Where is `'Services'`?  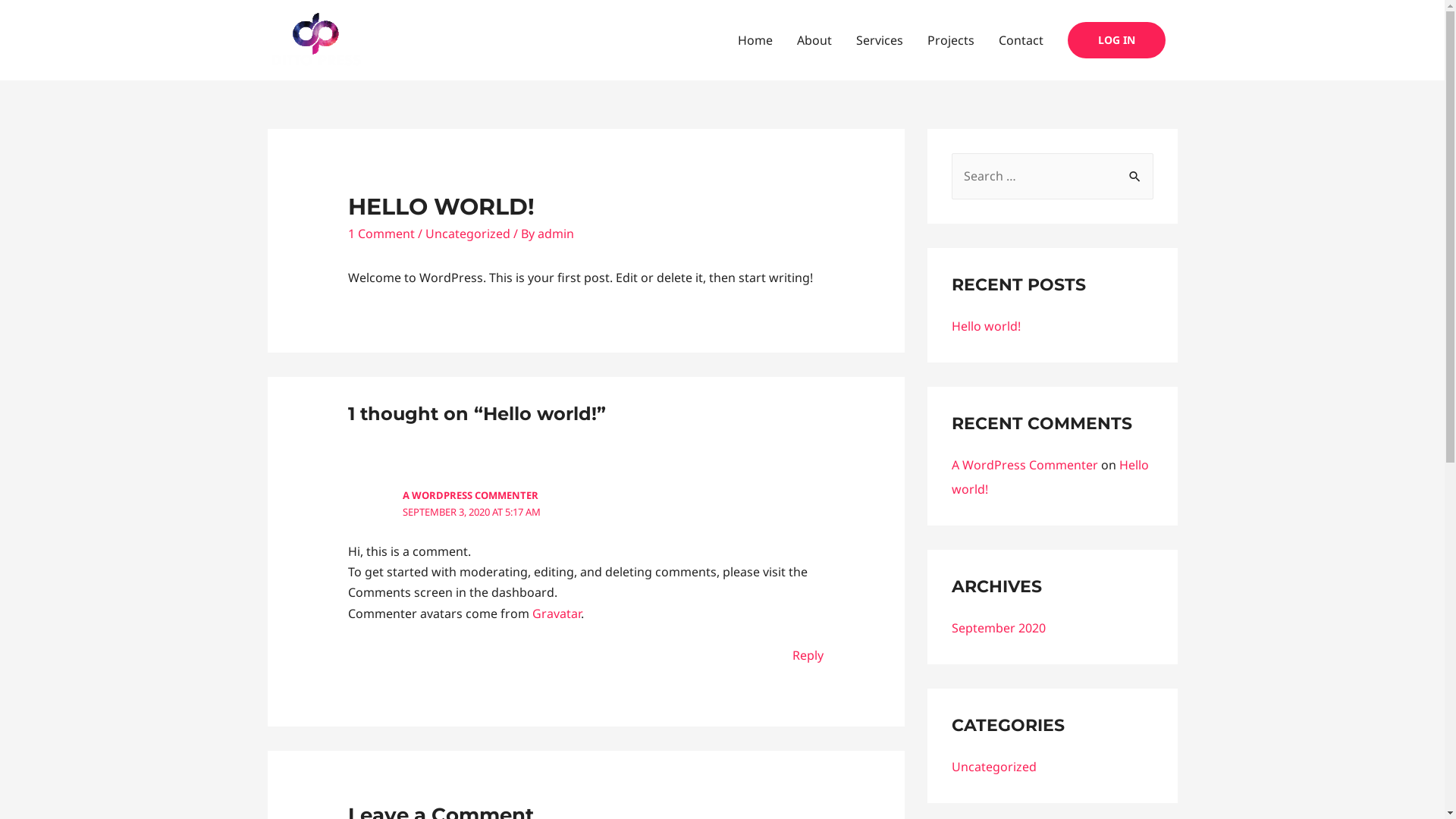
'Services' is located at coordinates (878, 39).